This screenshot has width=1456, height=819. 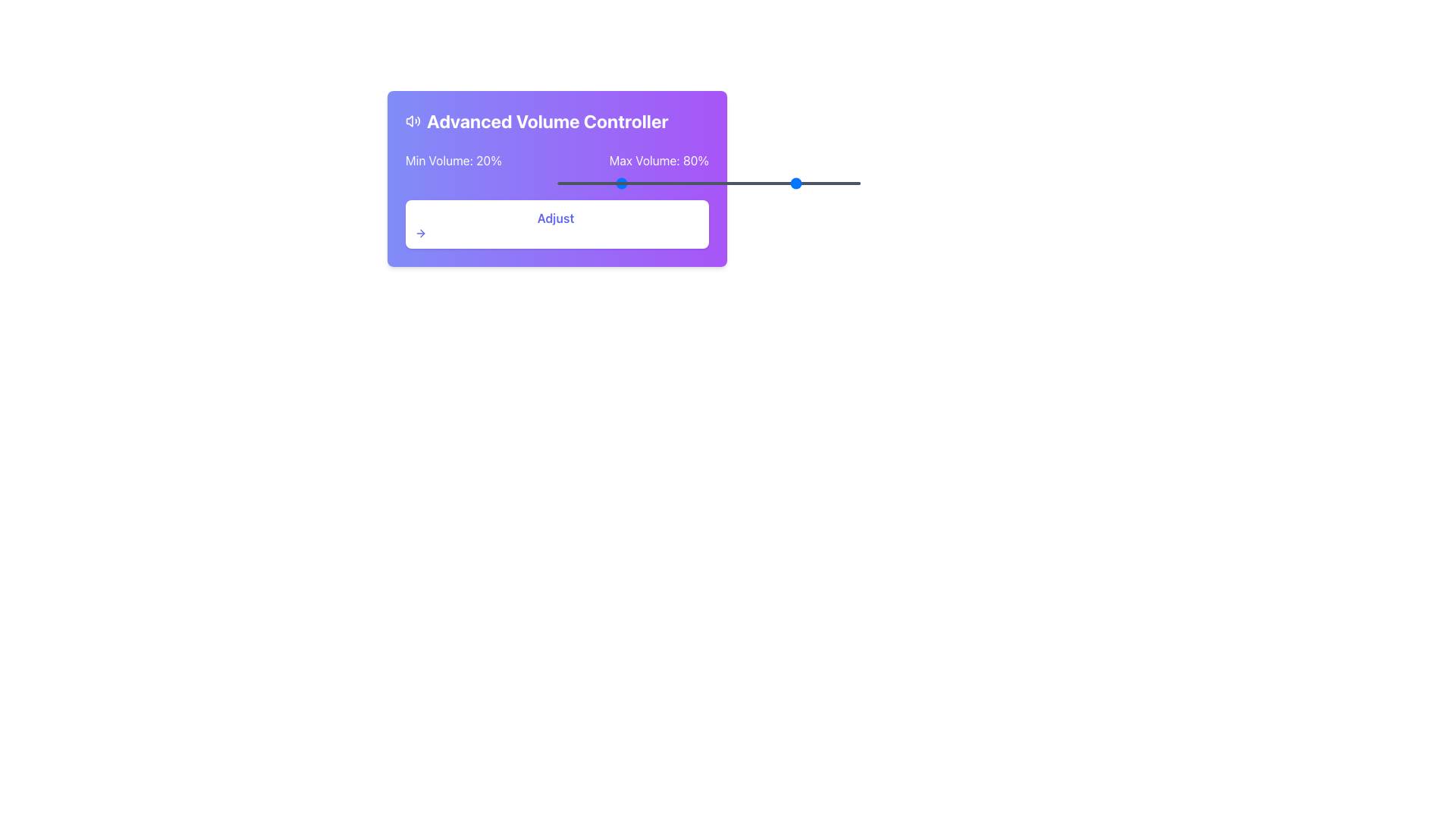 What do you see at coordinates (736, 183) in the screenshot?
I see `the slider` at bounding box center [736, 183].